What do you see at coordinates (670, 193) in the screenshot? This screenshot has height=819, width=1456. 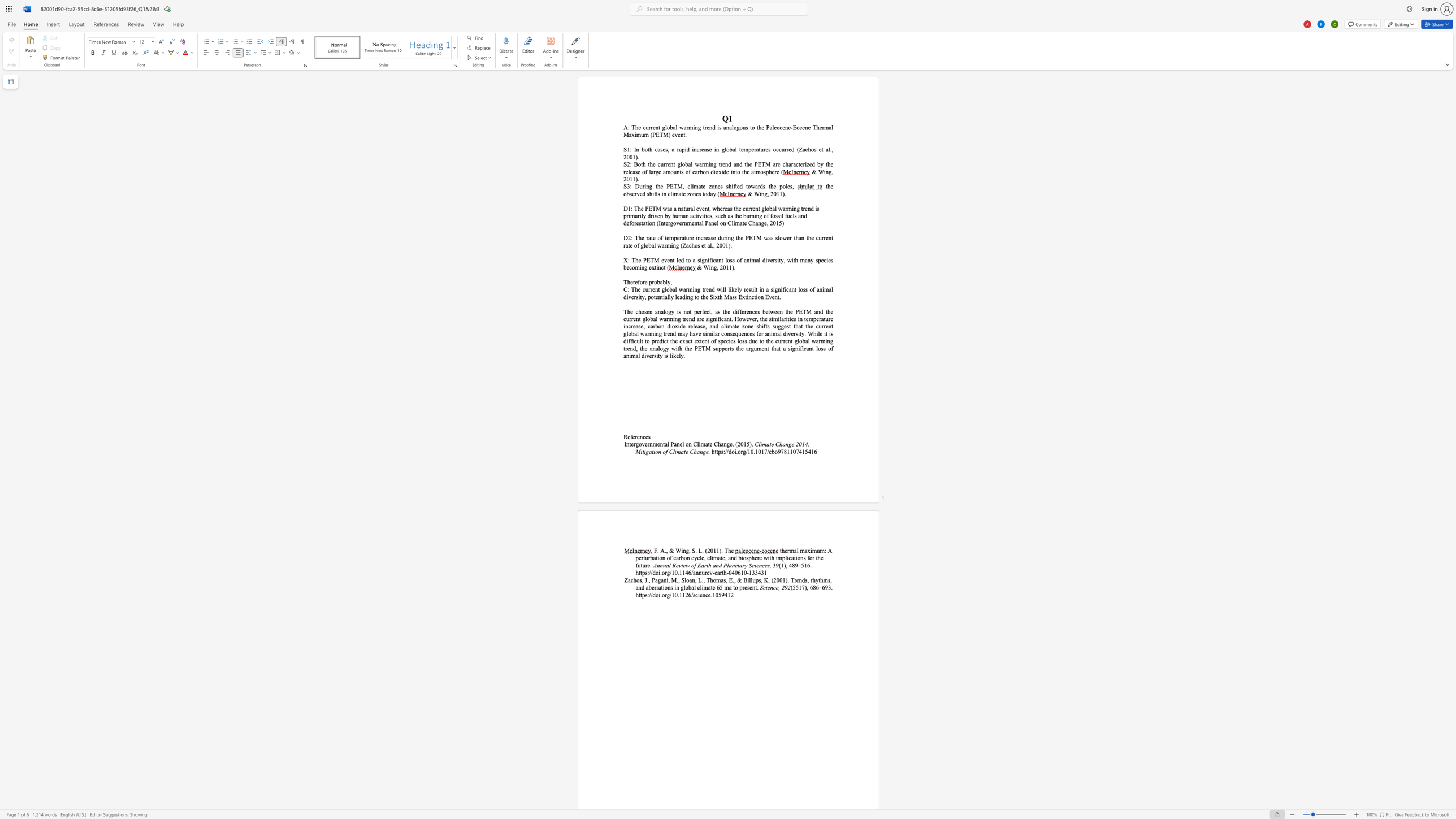 I see `the space between the continuous character "c" and "l" in the text` at bounding box center [670, 193].